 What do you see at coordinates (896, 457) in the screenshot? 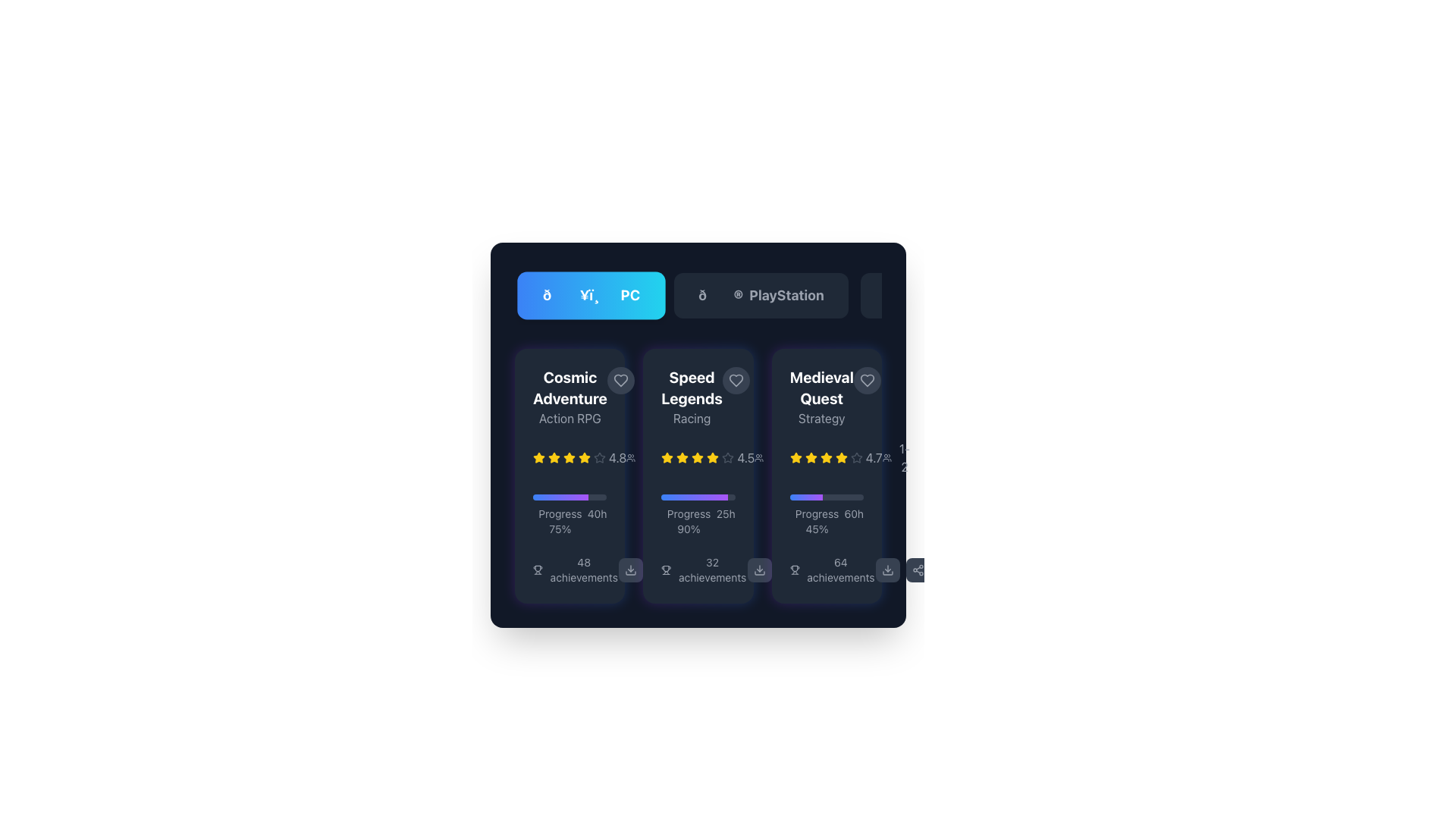
I see `the text label and icon in the top-right corner of the 'Medieval Quest' card, which indicates user or group count` at bounding box center [896, 457].